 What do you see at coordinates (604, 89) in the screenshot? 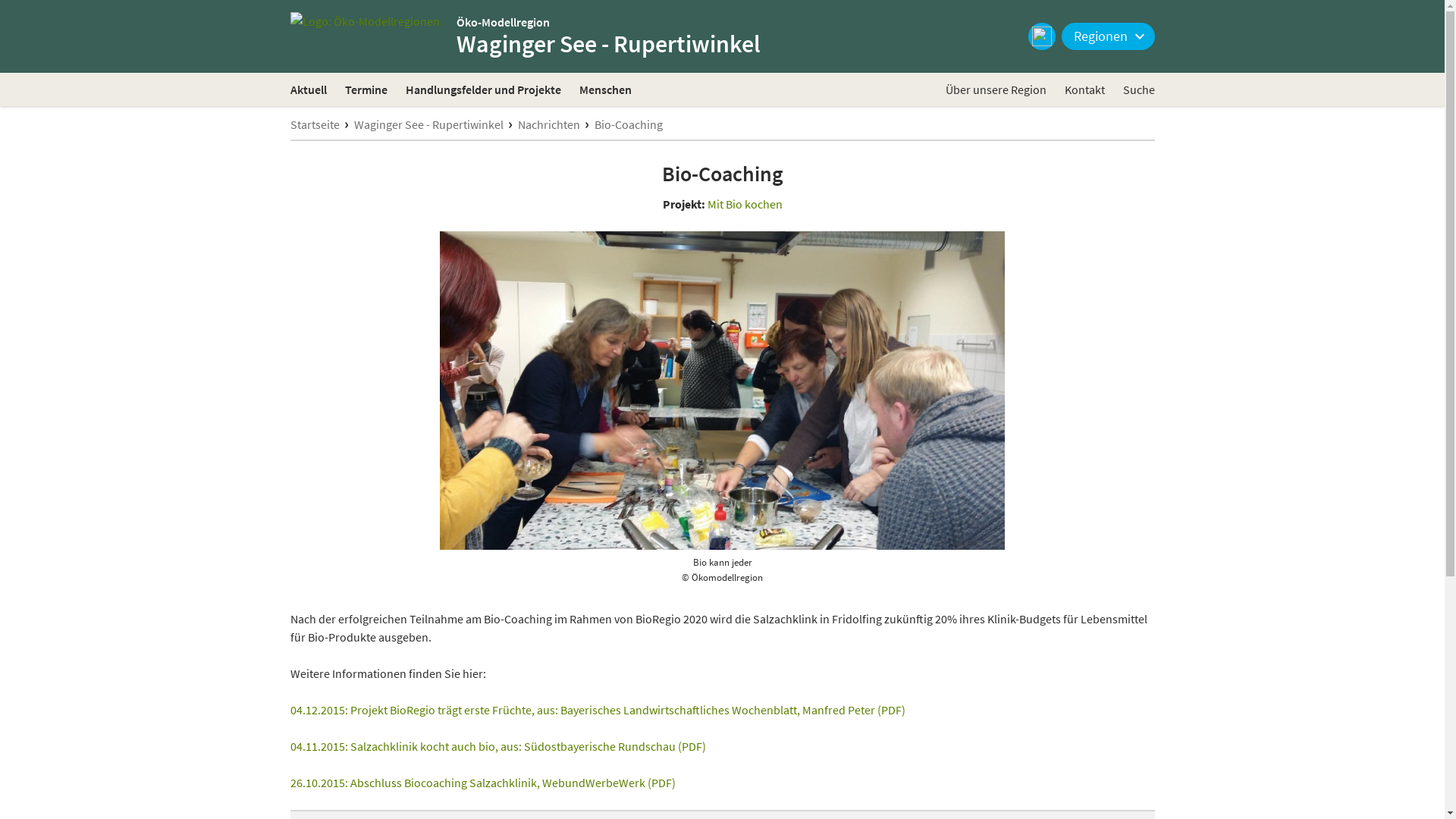
I see `'Menschen'` at bounding box center [604, 89].